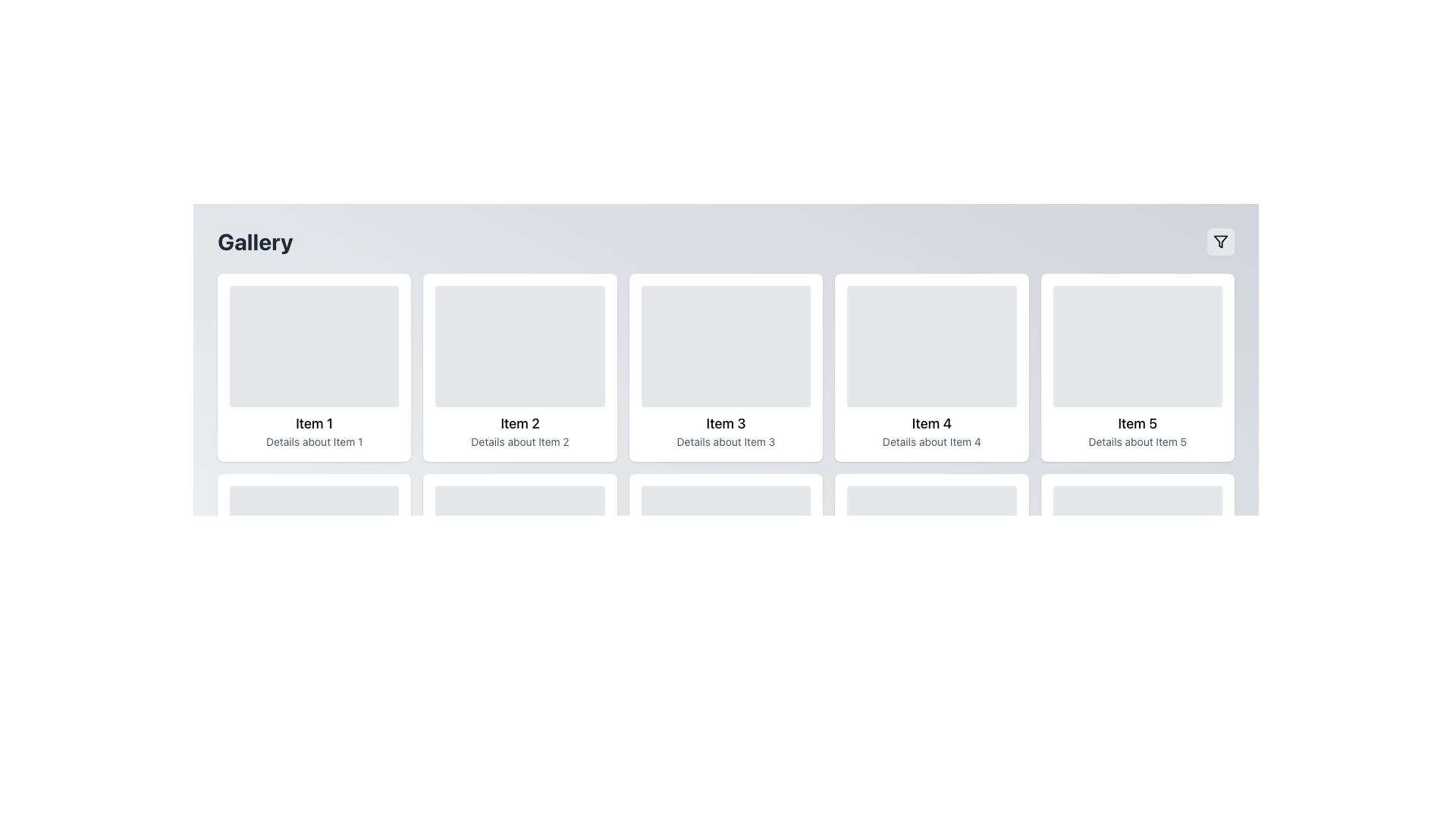  I want to click on the filter icon located in the upper-right corner of the user interface, so click(1220, 241).